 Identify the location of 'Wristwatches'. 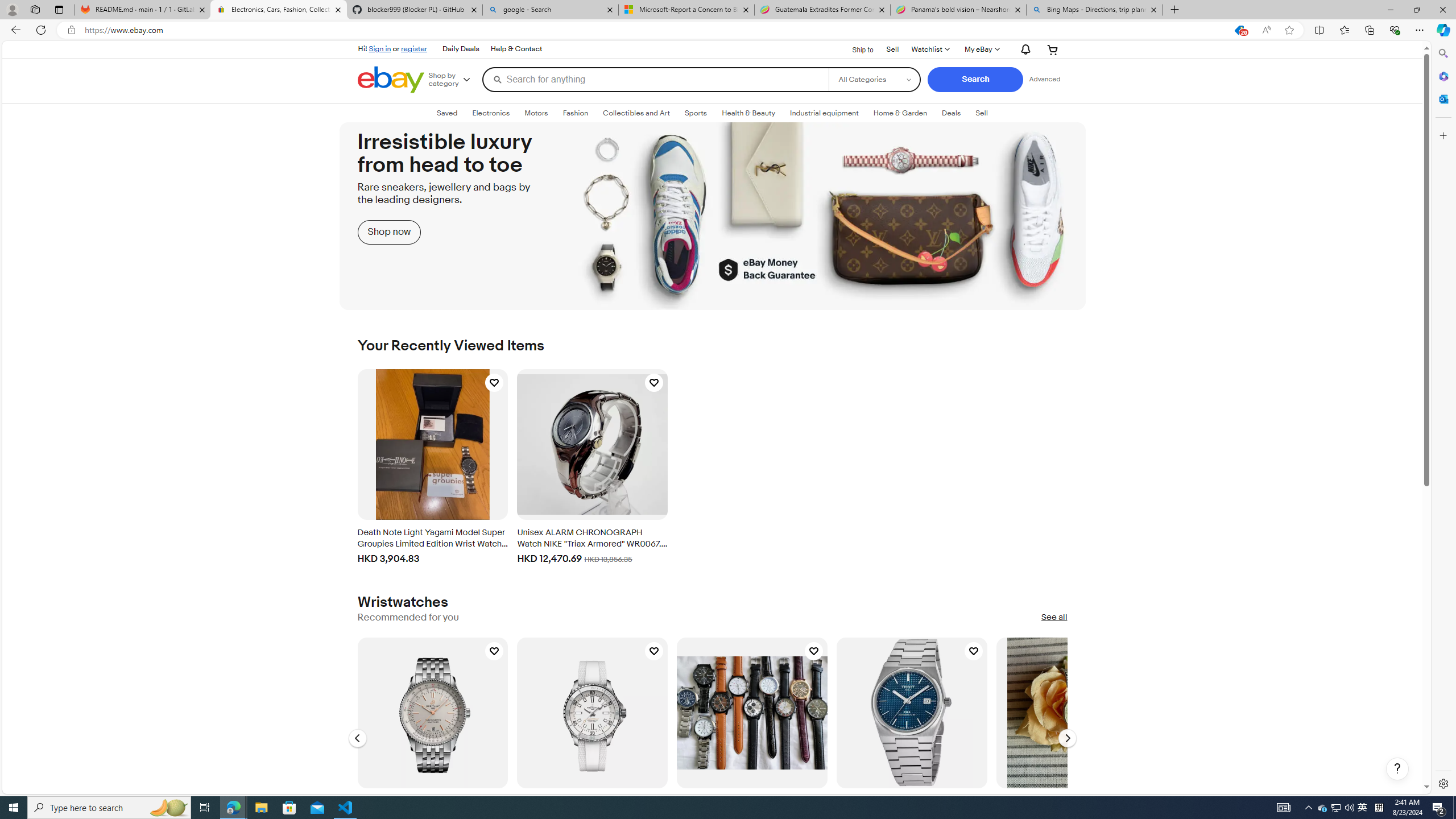
(402, 602).